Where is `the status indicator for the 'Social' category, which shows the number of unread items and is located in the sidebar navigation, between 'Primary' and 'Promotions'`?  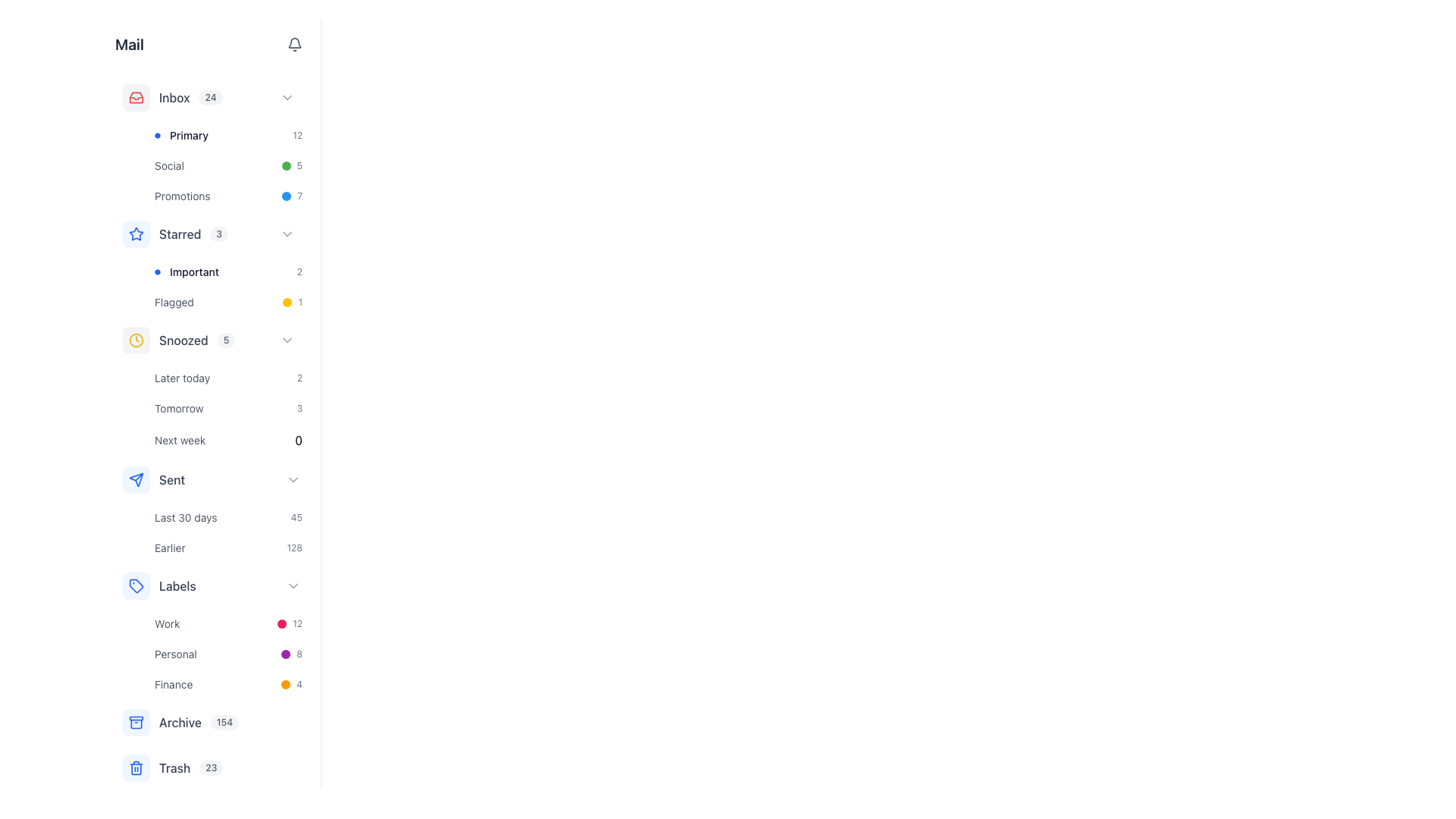
the status indicator for the 'Social' category, which shows the number of unread items and is located in the sidebar navigation, between 'Primary' and 'Promotions' is located at coordinates (292, 166).